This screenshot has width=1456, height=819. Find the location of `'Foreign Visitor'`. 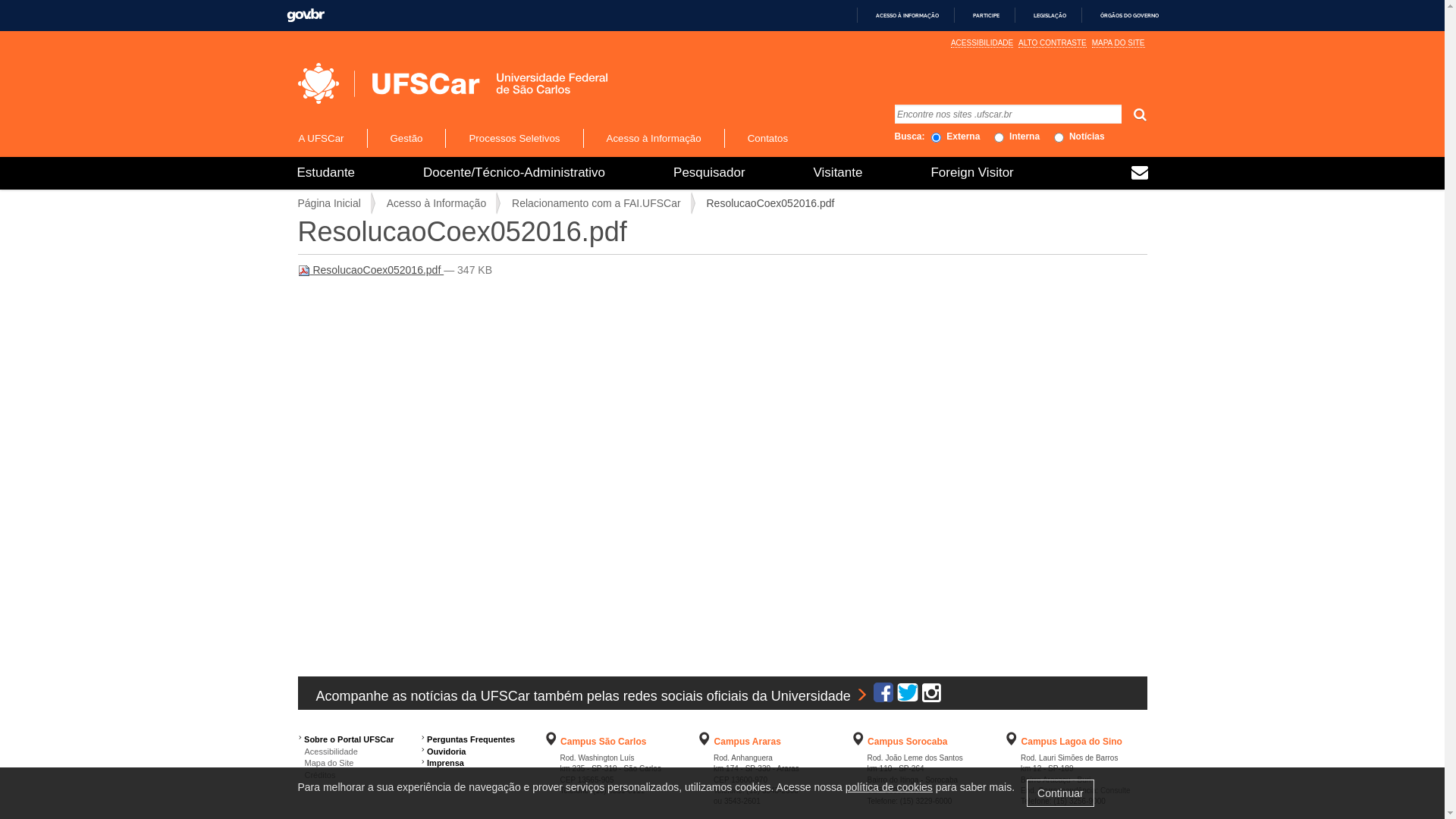

'Foreign Visitor' is located at coordinates (971, 171).